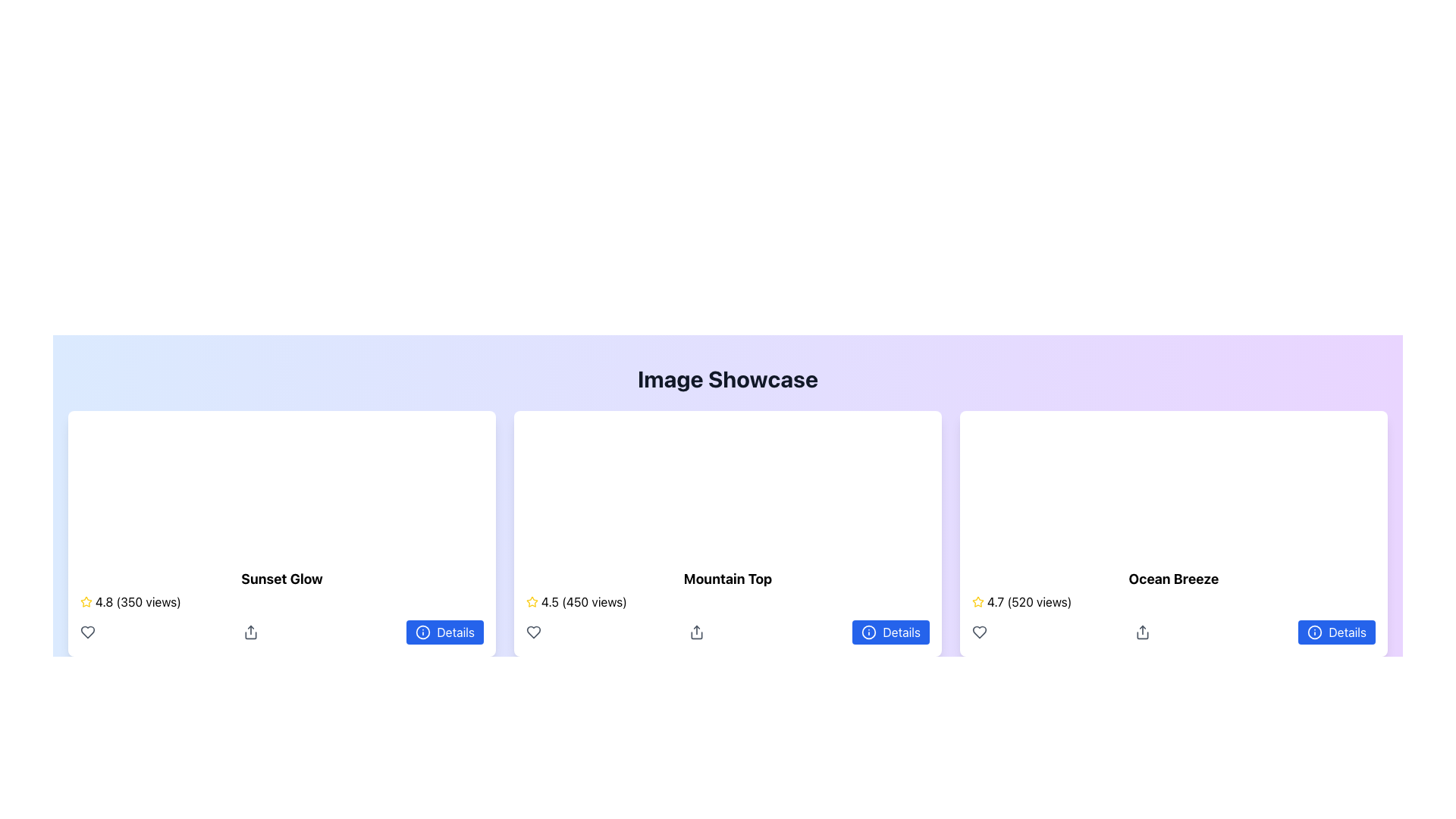 This screenshot has height=819, width=1456. What do you see at coordinates (1143, 632) in the screenshot?
I see `the share icon, which is represented as an upward-pointing arrow with thin lines, located slightly below and to the right of the rating and favorite icon, to initiate a share action` at bounding box center [1143, 632].